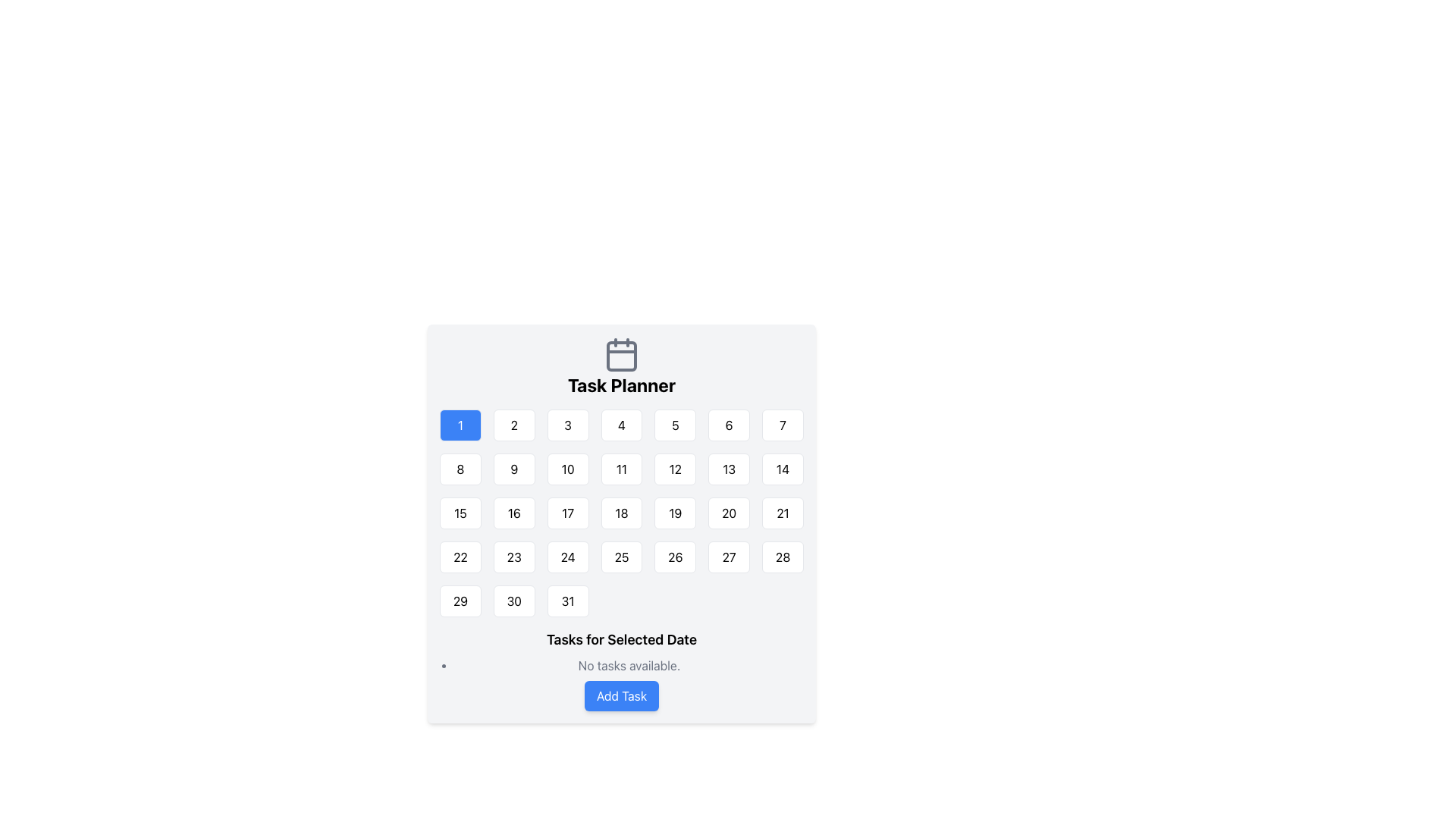 This screenshot has height=819, width=1456. Describe the element at coordinates (567, 557) in the screenshot. I see `the button representing the 24th day in the calendar interface` at that location.